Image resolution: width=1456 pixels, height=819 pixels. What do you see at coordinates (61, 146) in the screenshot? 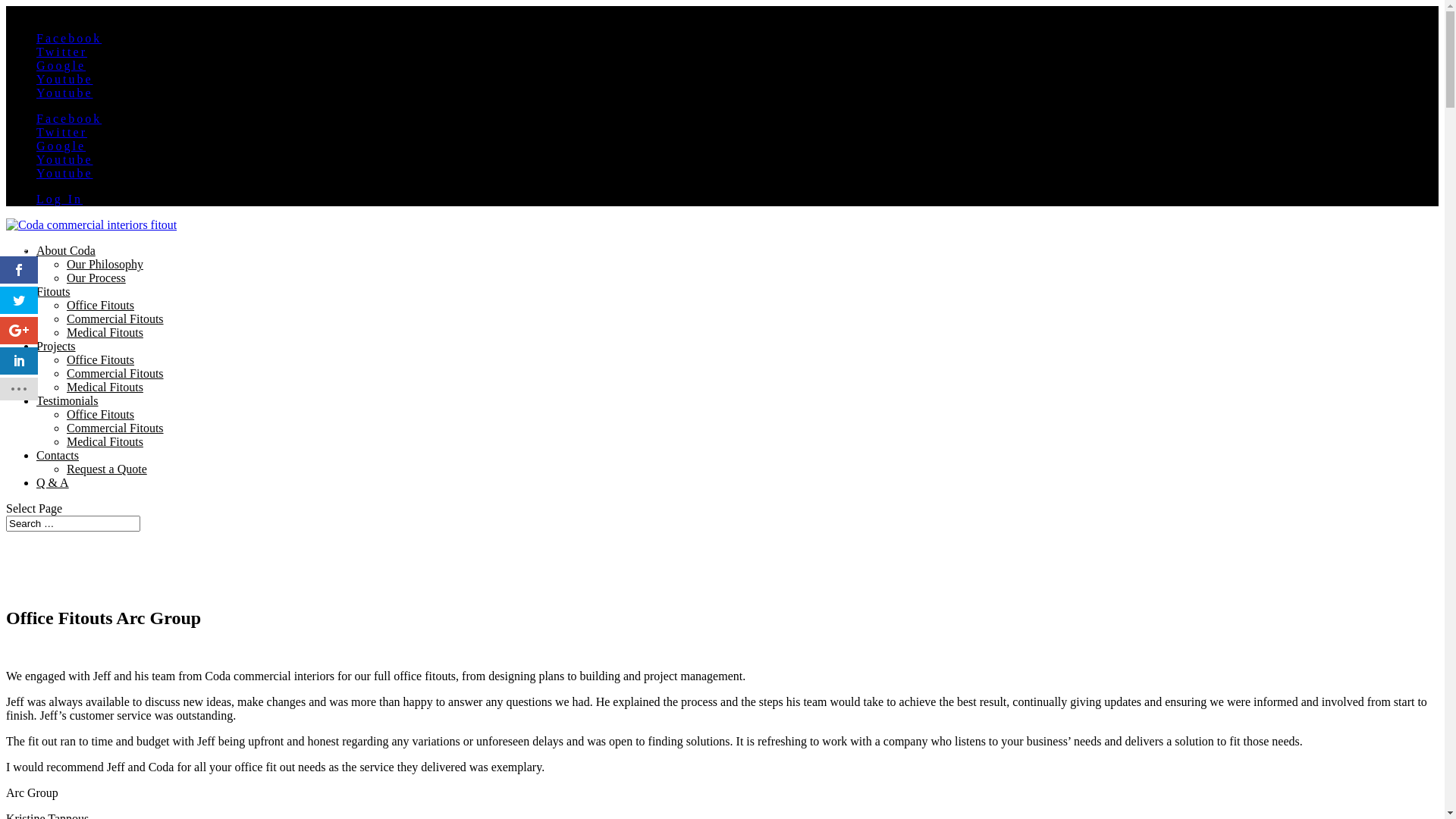
I see `'Google'` at bounding box center [61, 146].